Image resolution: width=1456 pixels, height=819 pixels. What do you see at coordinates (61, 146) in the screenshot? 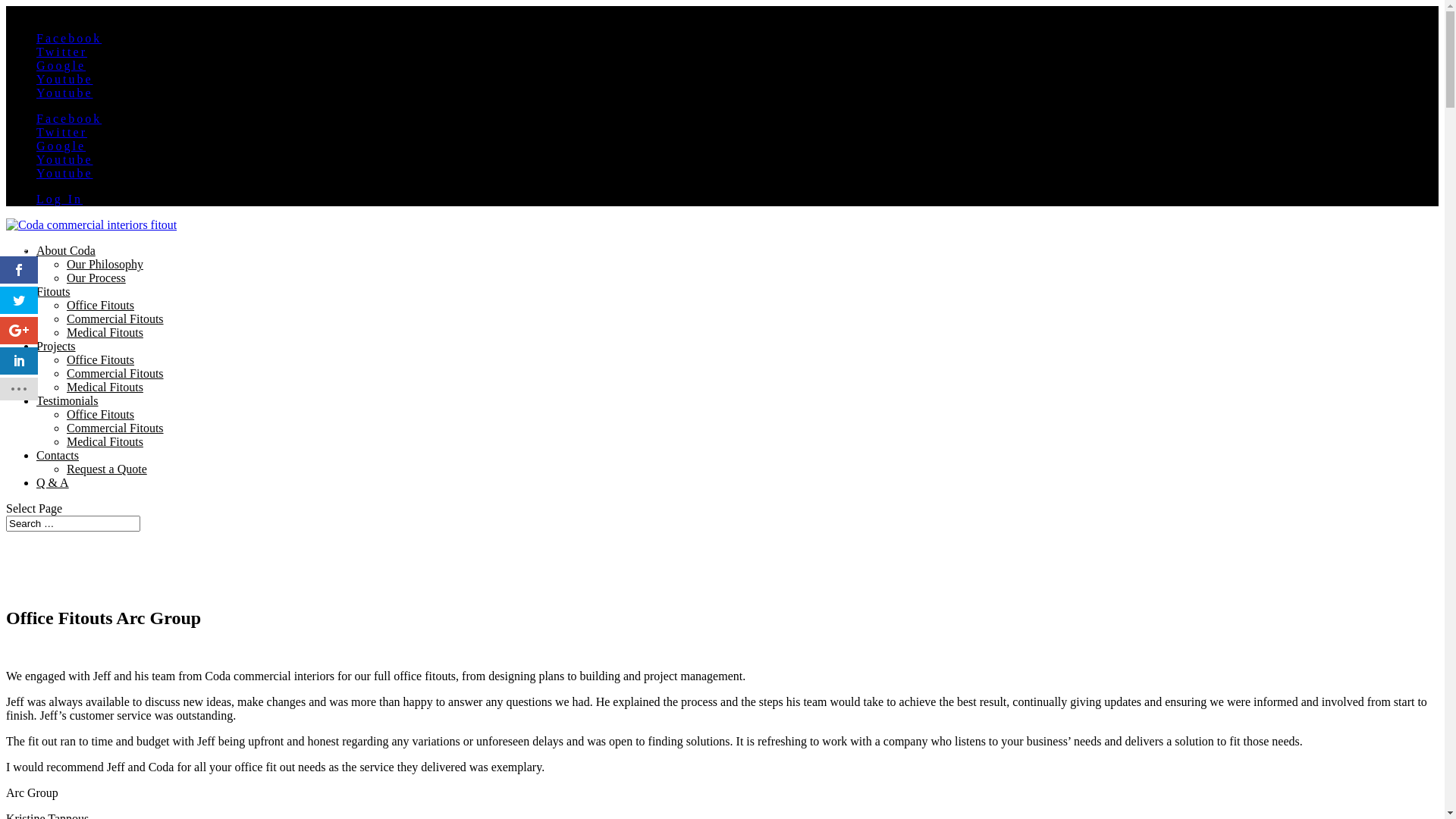
I see `'Google'` at bounding box center [61, 146].